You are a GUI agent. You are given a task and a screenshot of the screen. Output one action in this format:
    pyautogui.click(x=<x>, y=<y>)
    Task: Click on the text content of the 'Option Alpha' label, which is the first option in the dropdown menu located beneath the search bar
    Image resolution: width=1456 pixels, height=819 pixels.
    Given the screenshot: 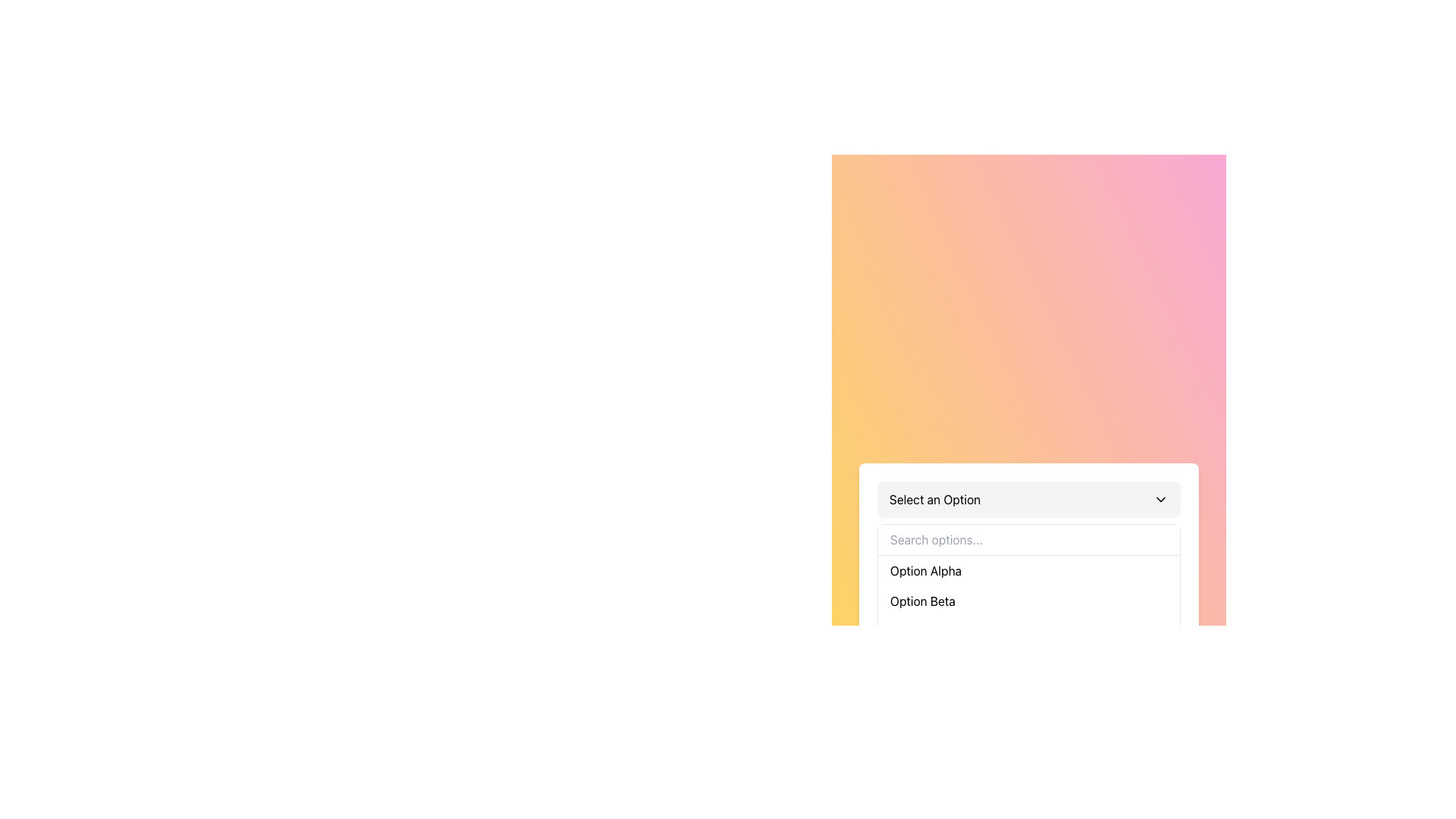 What is the action you would take?
    pyautogui.click(x=925, y=570)
    